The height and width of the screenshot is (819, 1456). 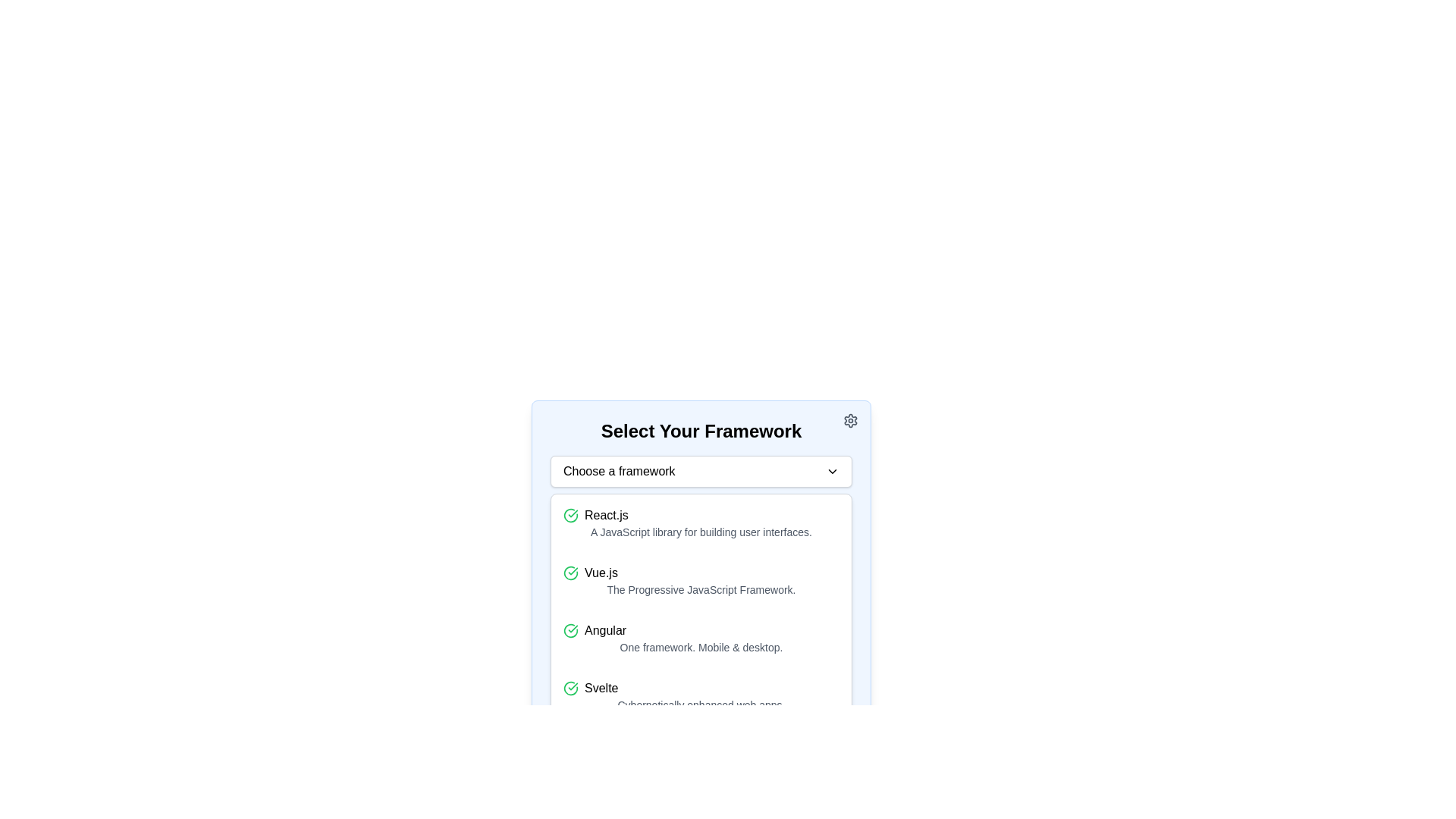 What do you see at coordinates (701, 696) in the screenshot?
I see `the fourth item in the vertically-stacked list of framework options that allows users to select 'Svelte'` at bounding box center [701, 696].